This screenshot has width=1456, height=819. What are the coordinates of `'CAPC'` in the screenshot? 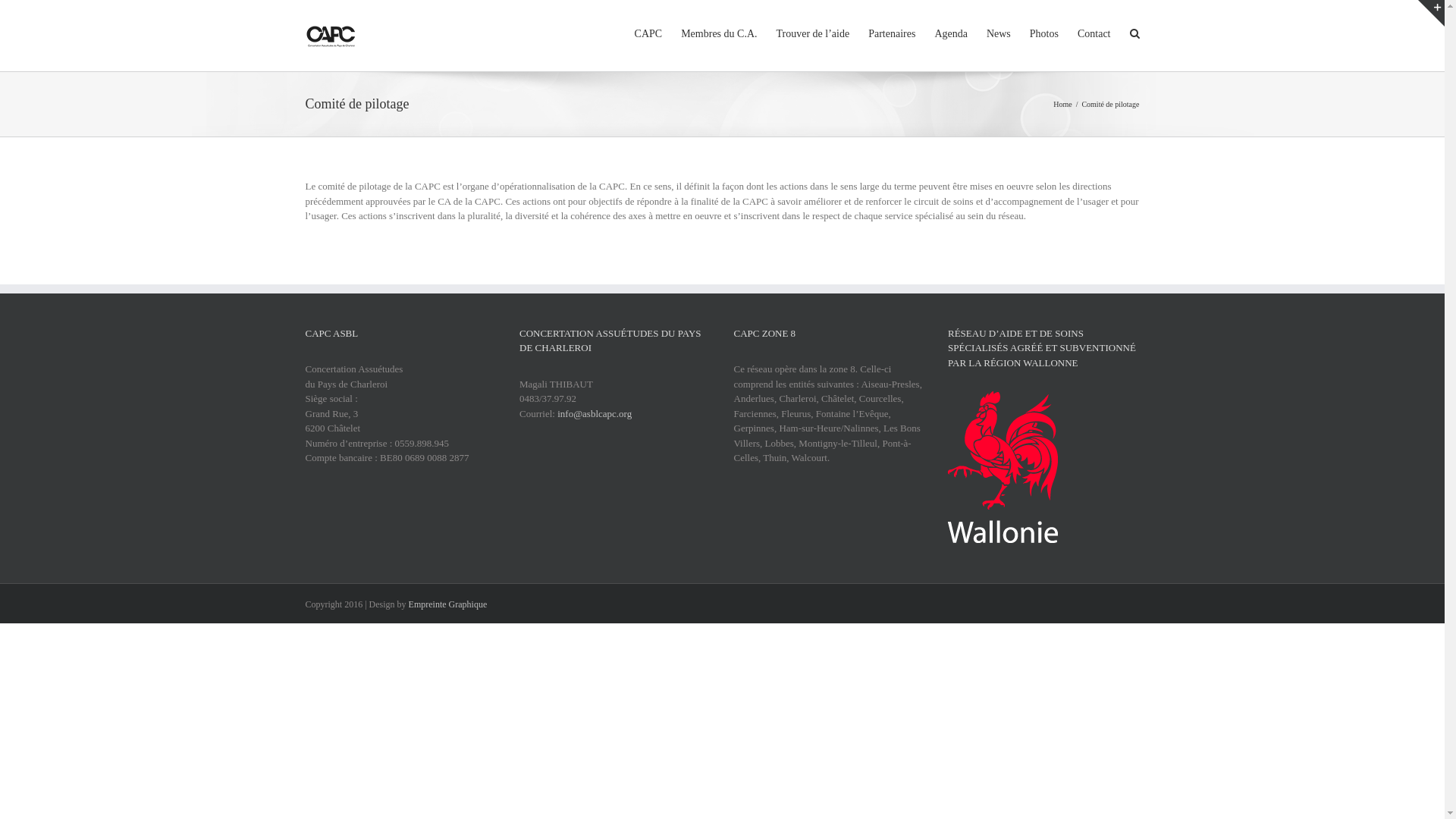 It's located at (648, 32).